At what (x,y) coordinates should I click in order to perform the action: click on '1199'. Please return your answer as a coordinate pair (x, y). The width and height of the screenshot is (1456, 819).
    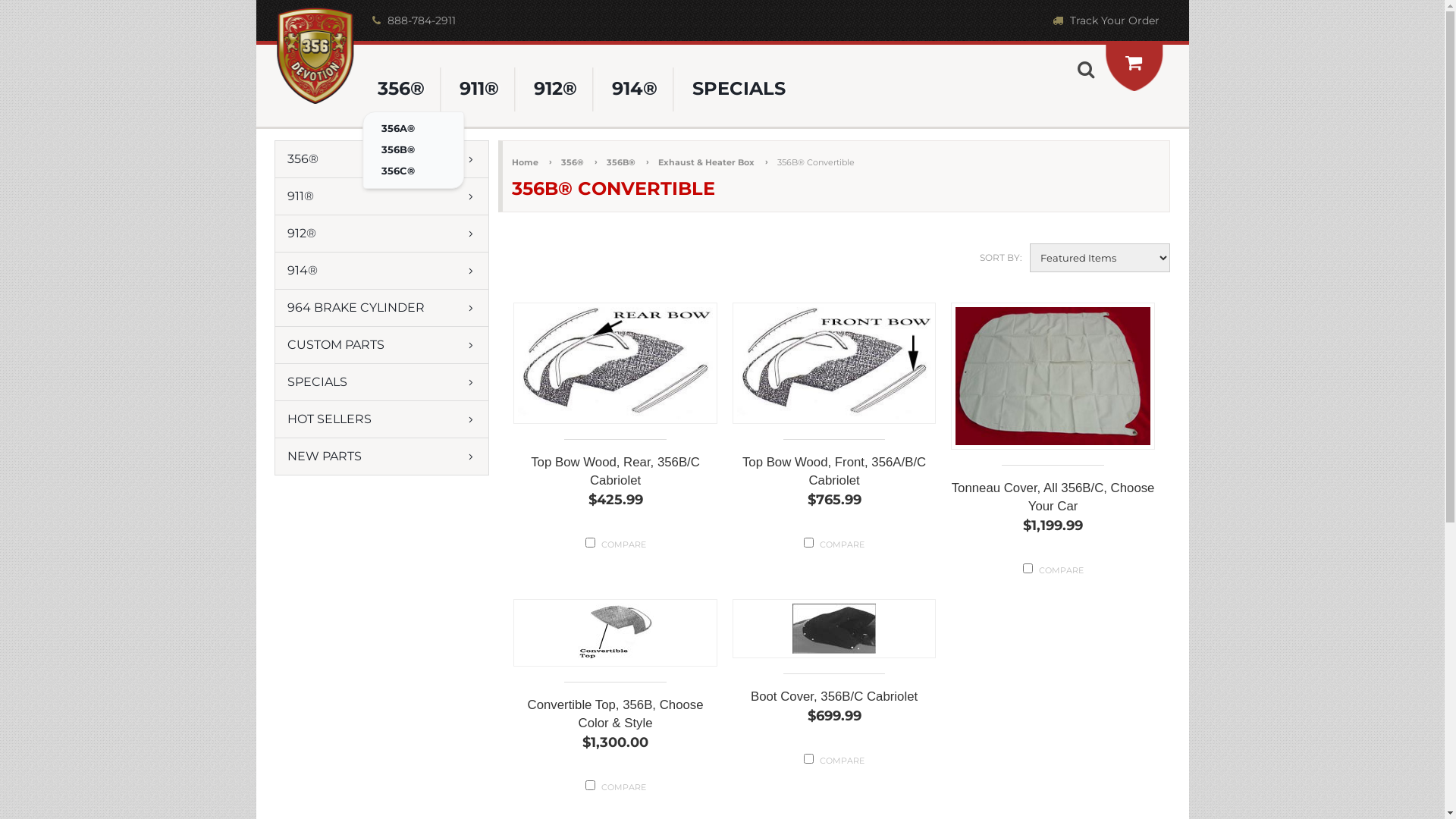
    Looking at the image, I should click on (589, 785).